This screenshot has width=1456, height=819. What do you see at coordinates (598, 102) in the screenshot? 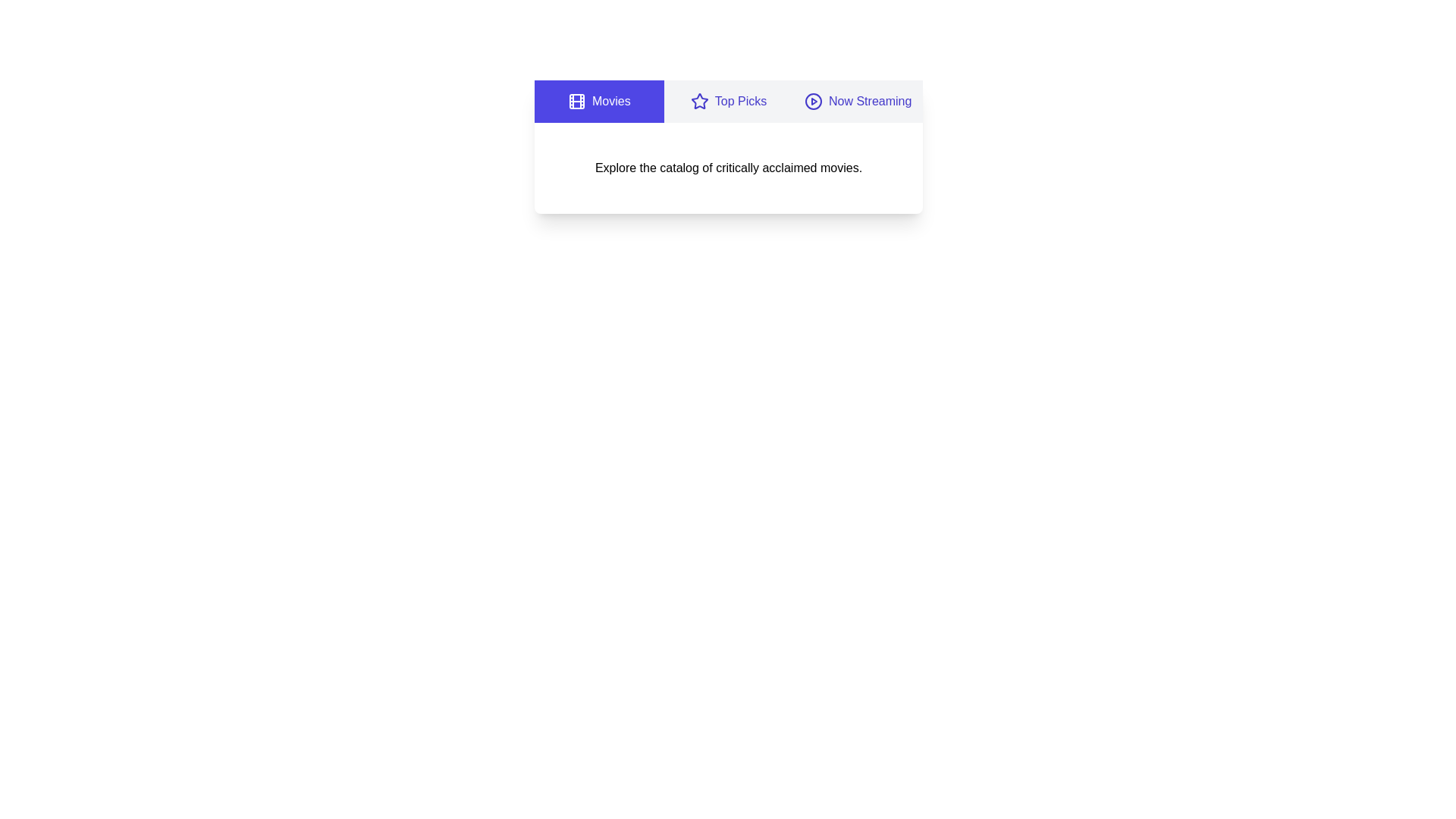
I see `the Movies tab` at bounding box center [598, 102].